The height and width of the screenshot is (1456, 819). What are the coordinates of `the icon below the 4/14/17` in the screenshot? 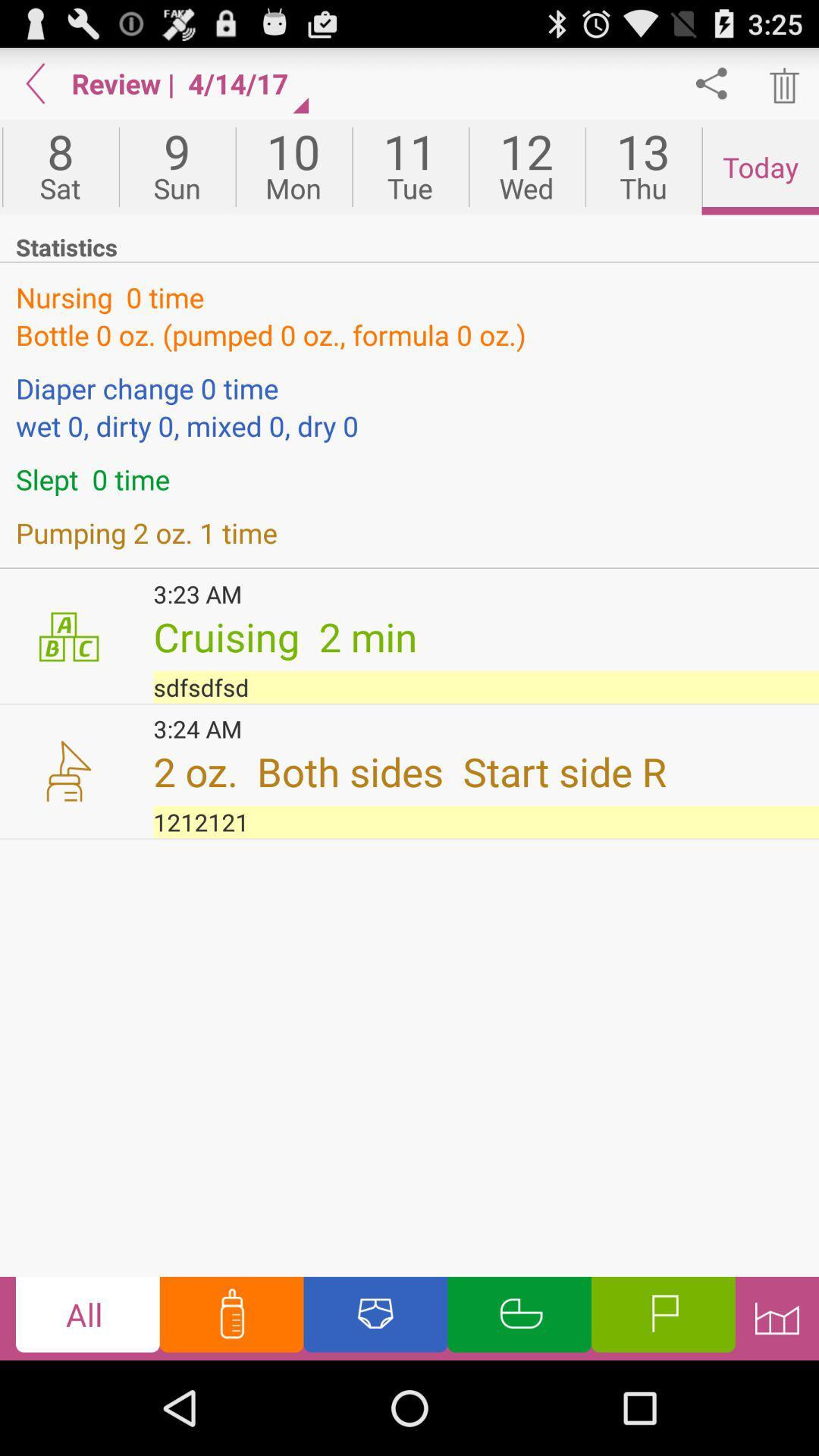 It's located at (293, 167).